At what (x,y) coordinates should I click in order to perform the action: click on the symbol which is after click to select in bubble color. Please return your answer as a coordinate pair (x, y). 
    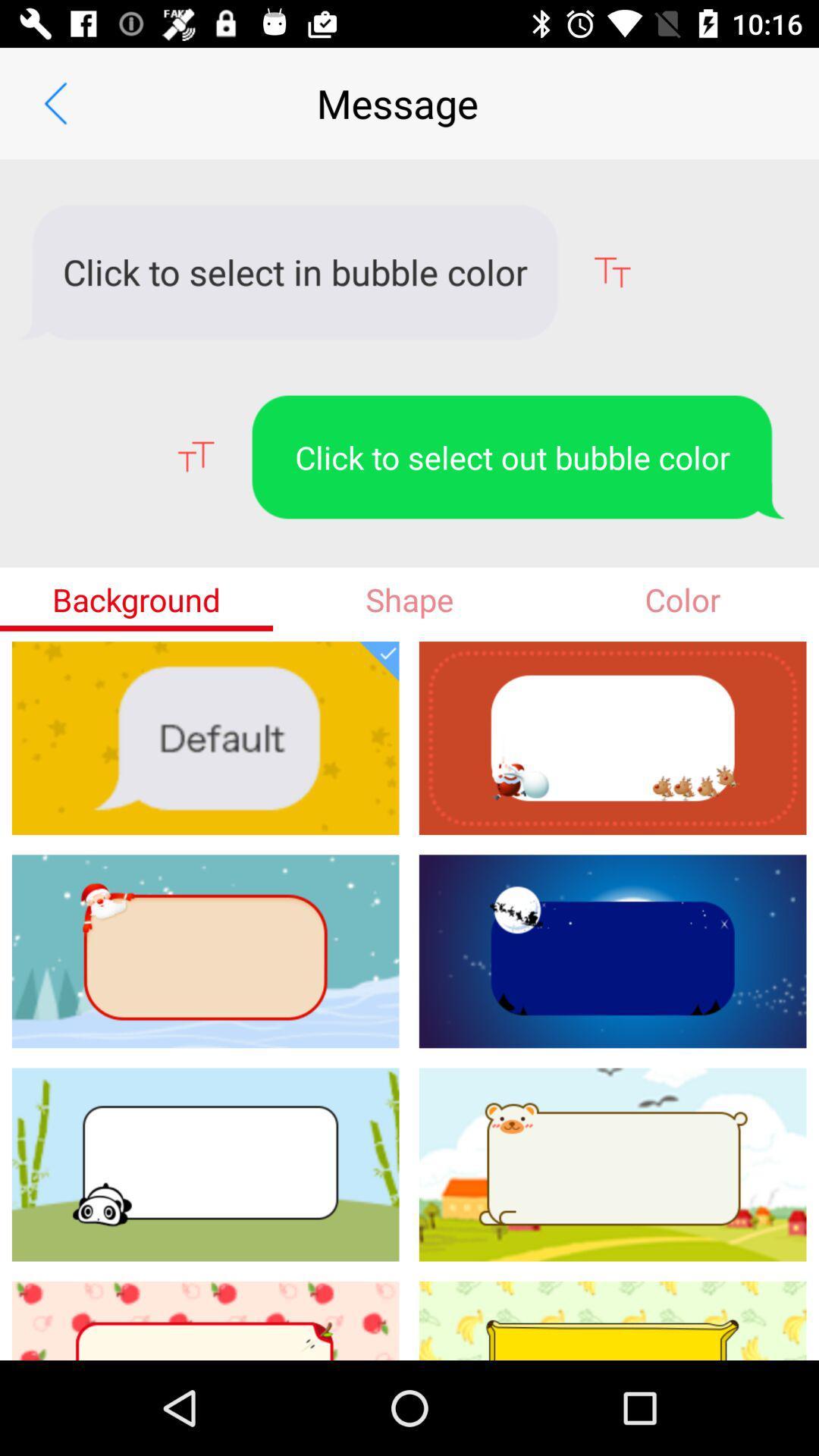
    Looking at the image, I should click on (611, 272).